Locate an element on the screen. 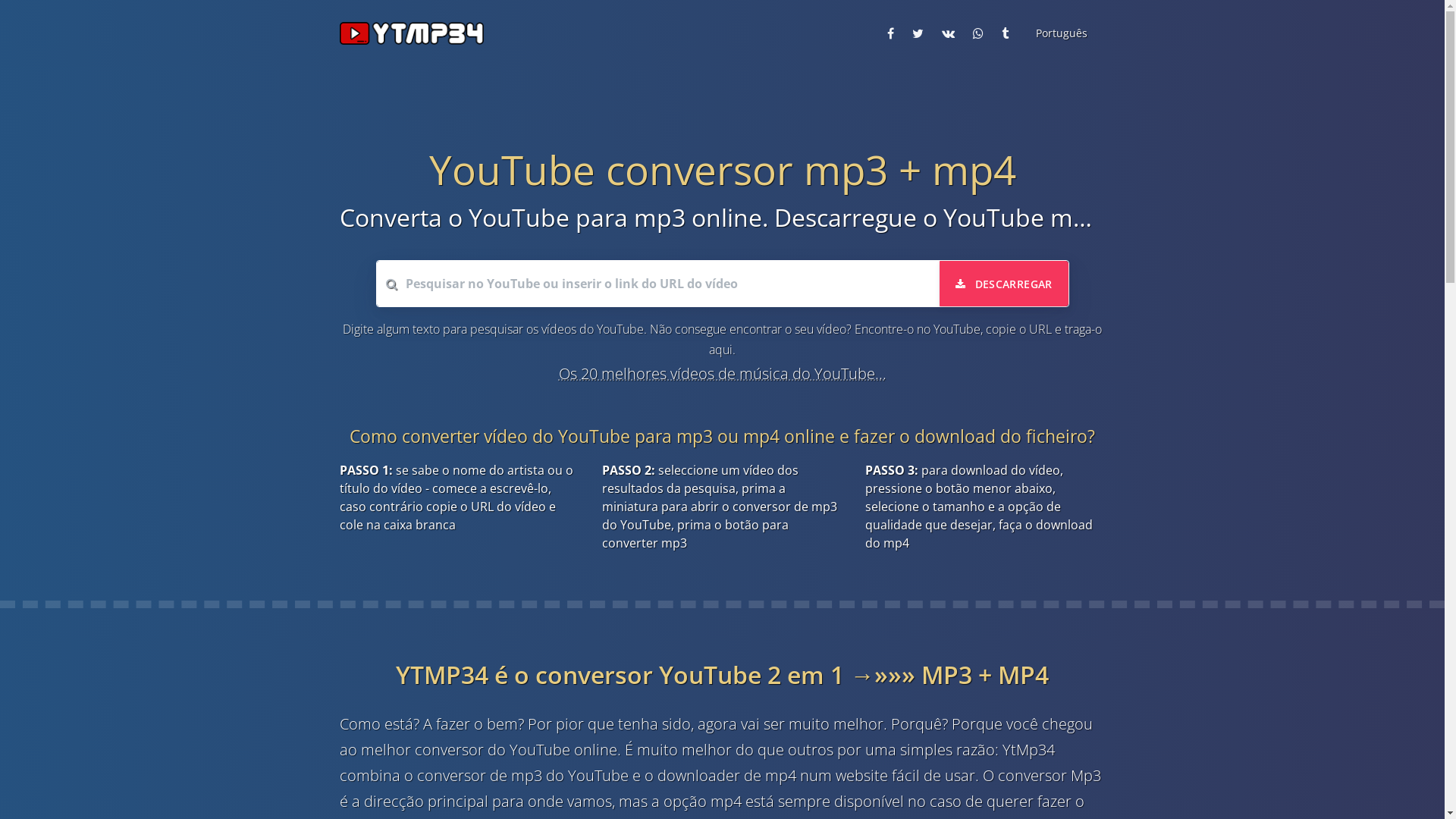  'Compartilhar em VK' is located at coordinates (947, 33).